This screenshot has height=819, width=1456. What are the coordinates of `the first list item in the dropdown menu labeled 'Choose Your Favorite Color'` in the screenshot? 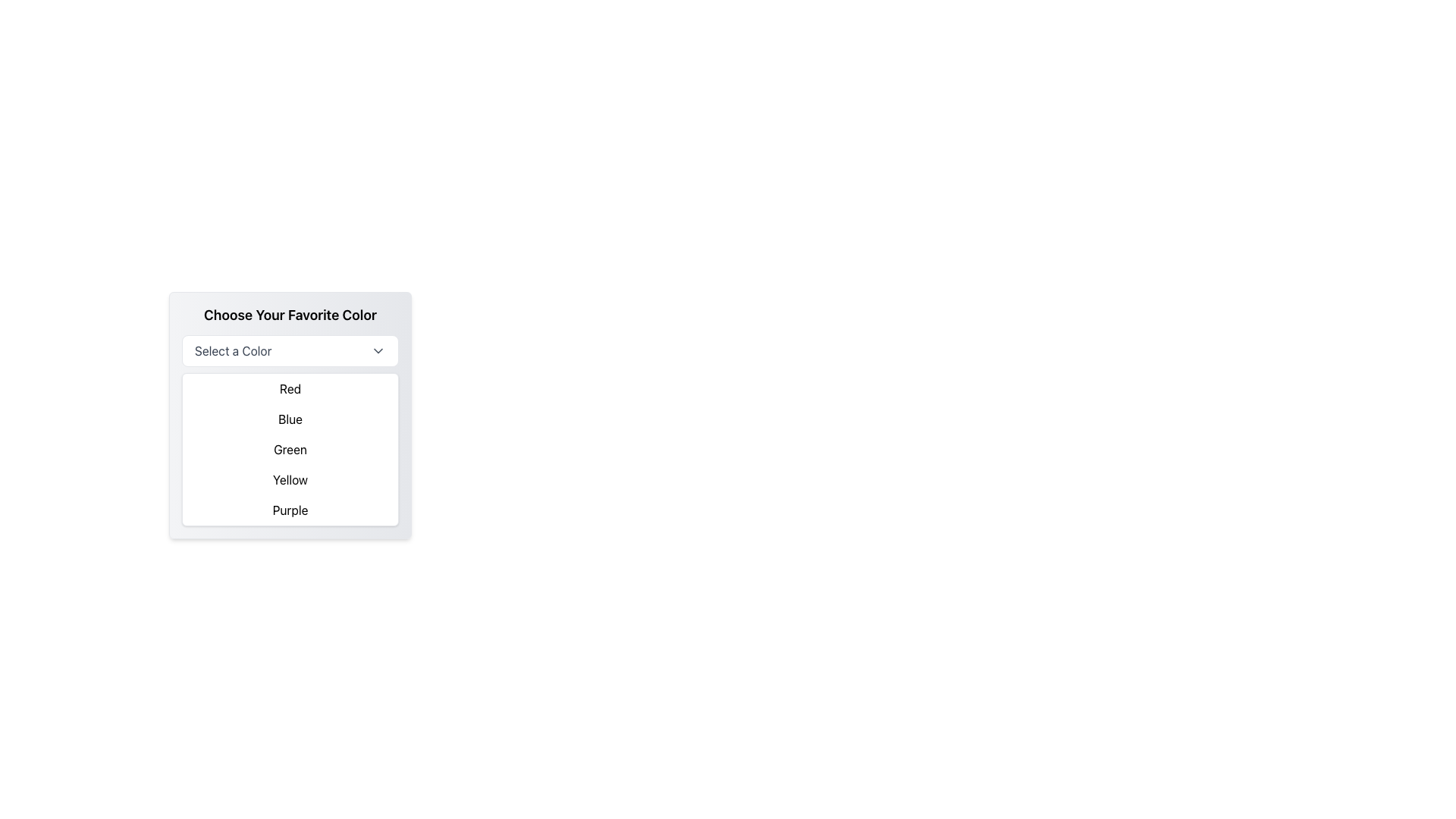 It's located at (290, 388).